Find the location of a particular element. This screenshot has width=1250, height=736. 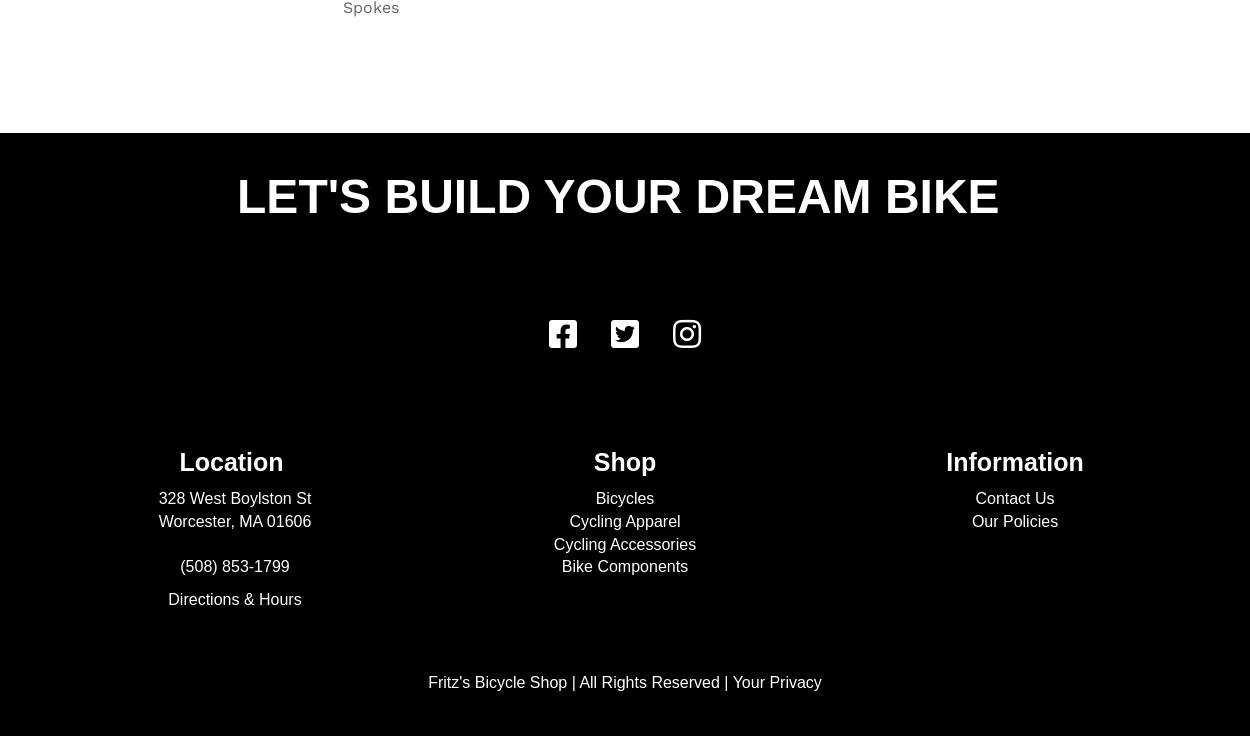

'| All Rights Reserved |' is located at coordinates (649, 681).